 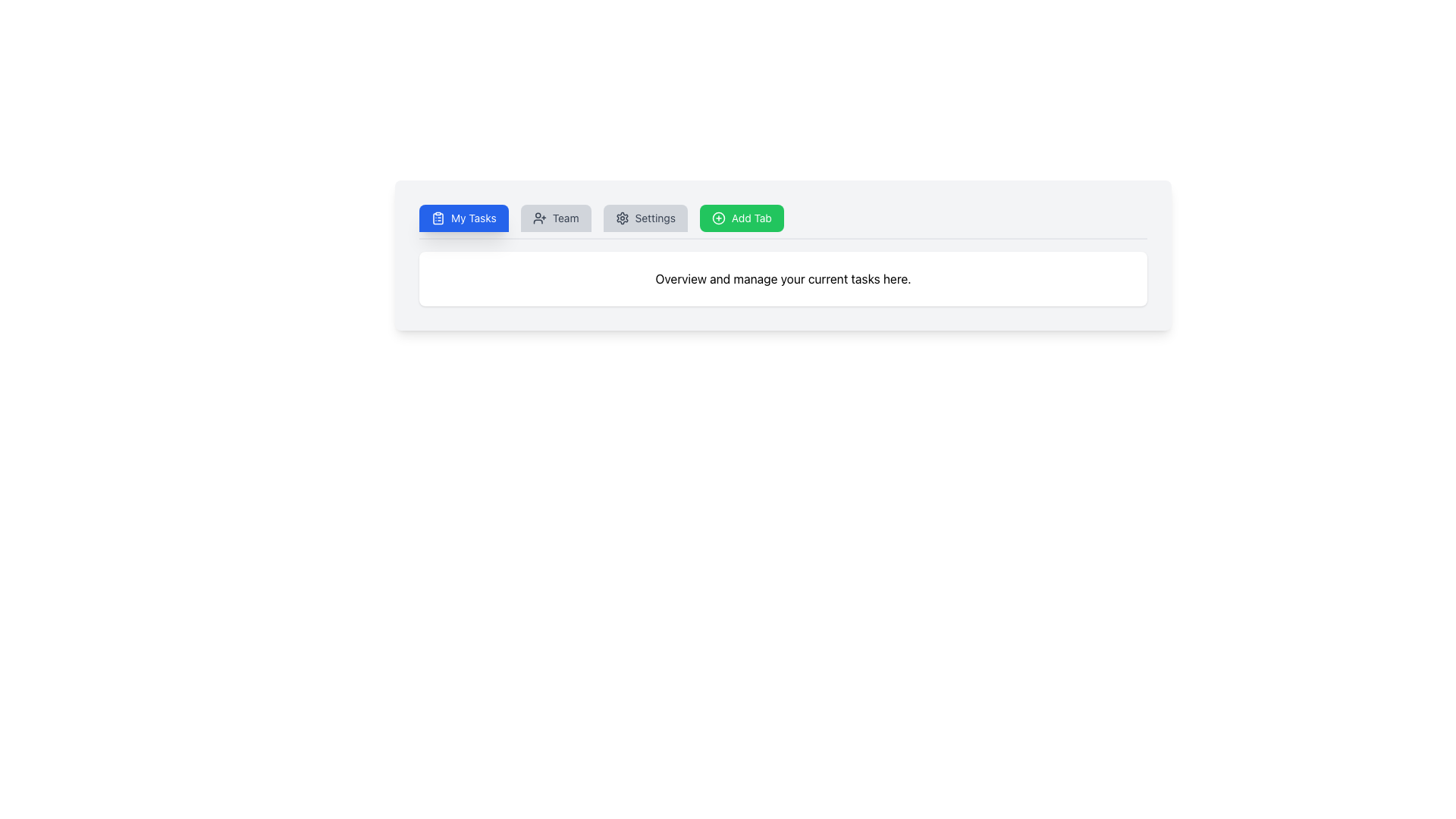 I want to click on the team management tab, which is the second tab in the top navigation bar, located to the right of the 'My Tasks' tab and to the left of the 'Settings' tab, so click(x=555, y=218).